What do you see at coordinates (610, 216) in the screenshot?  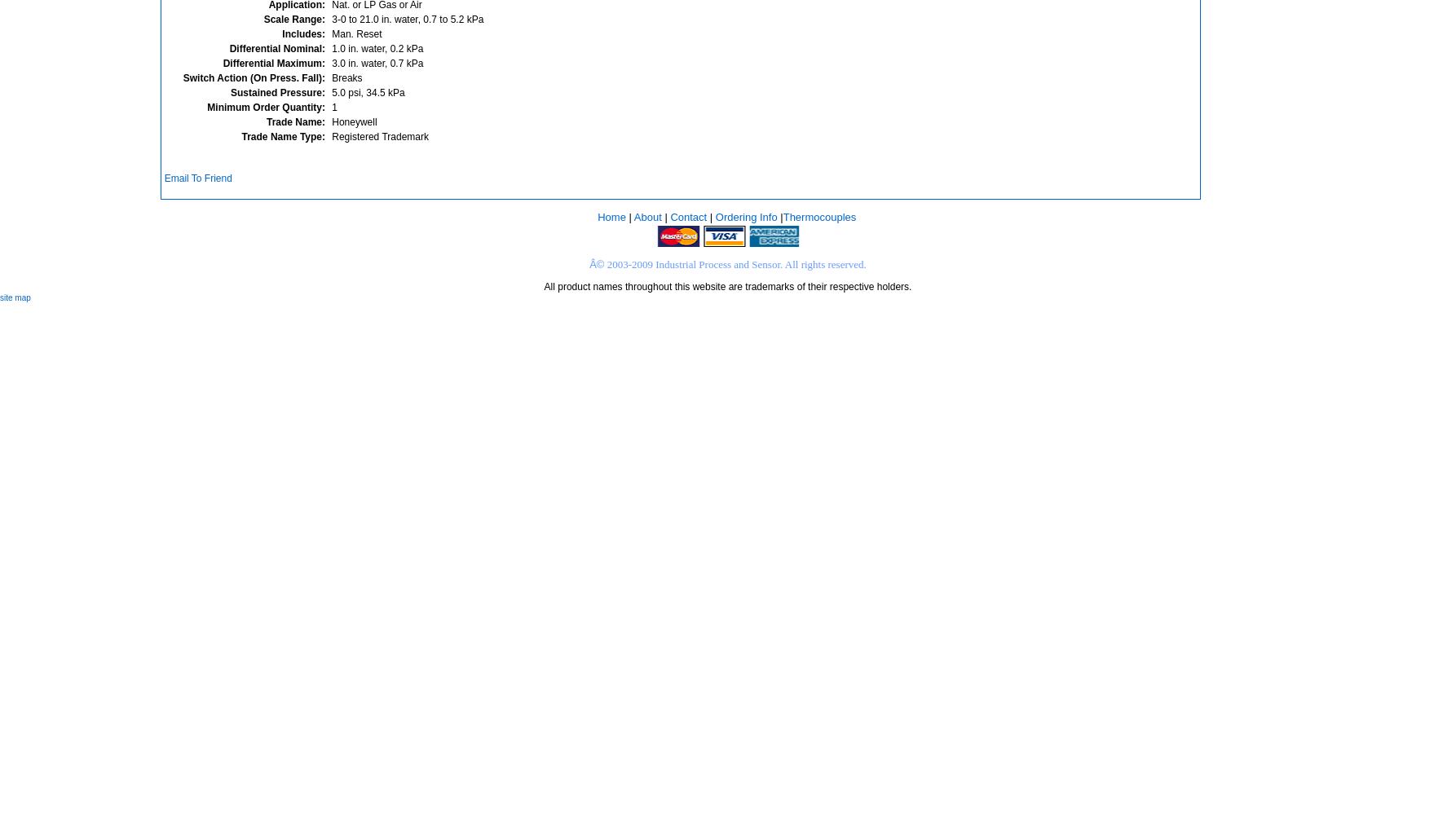 I see `'Home'` at bounding box center [610, 216].